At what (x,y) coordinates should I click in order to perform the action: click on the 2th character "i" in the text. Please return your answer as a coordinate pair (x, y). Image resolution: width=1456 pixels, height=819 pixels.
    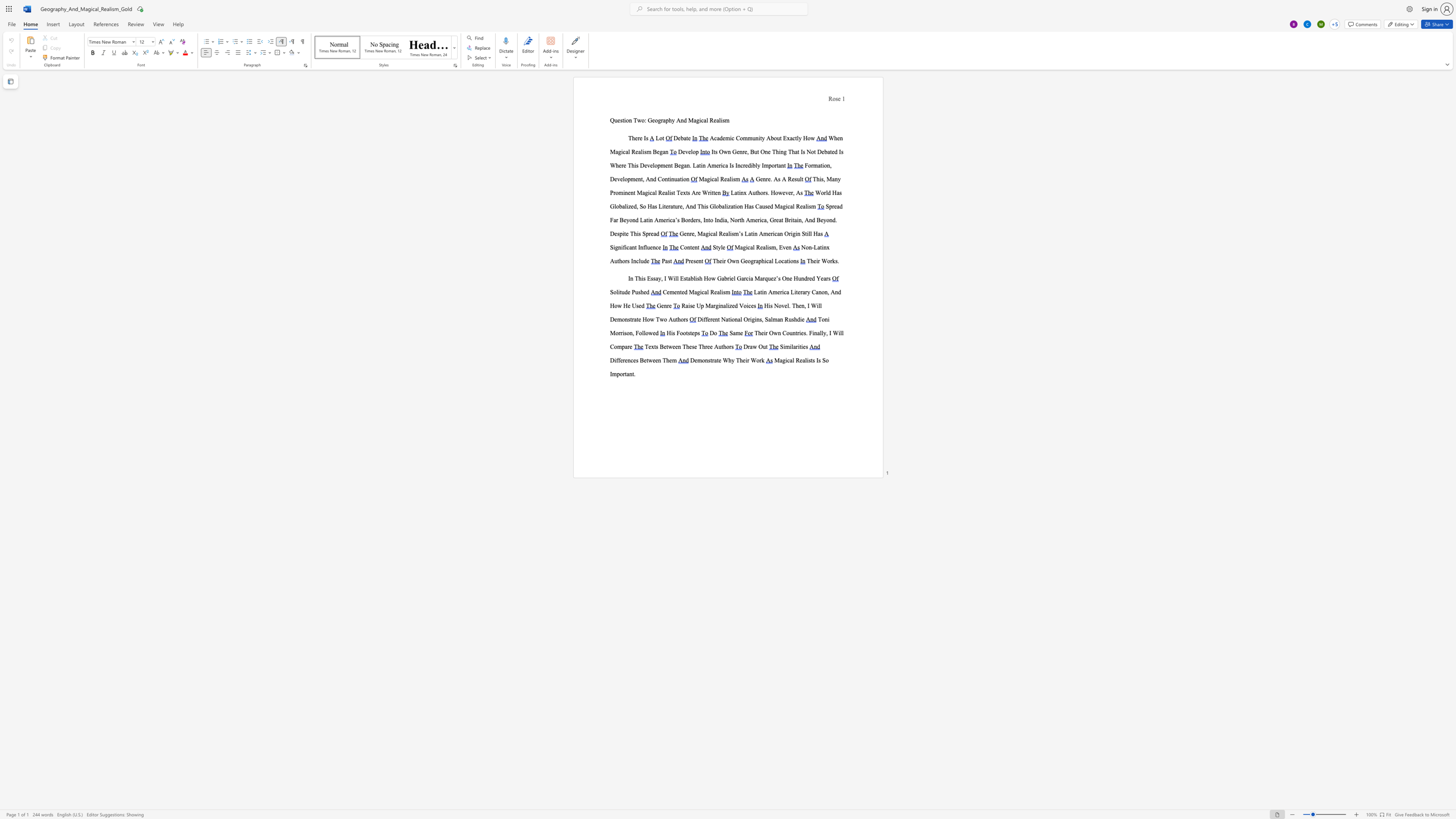
    Looking at the image, I should click on (732, 179).